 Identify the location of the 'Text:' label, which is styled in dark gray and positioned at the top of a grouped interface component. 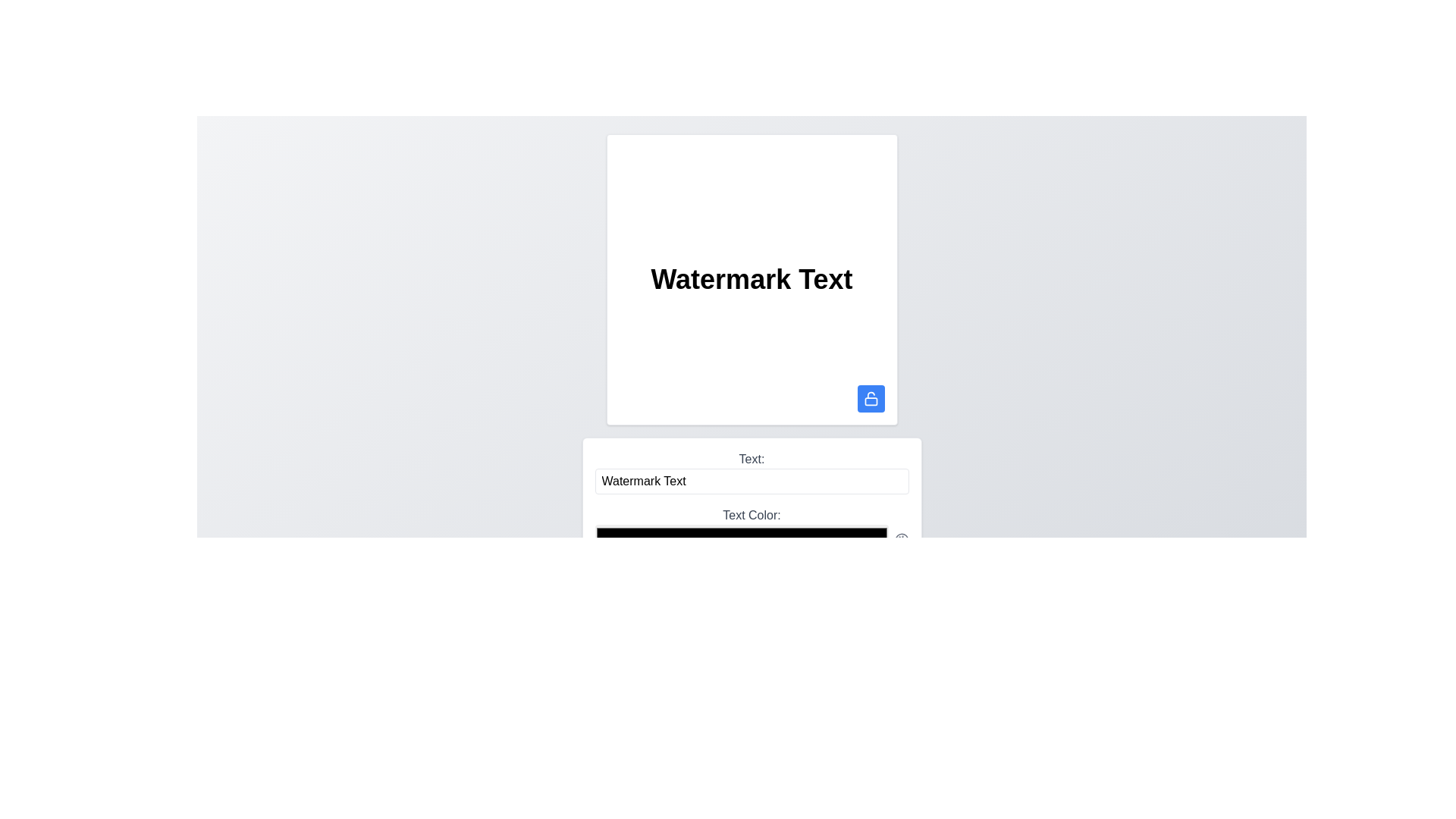
(752, 458).